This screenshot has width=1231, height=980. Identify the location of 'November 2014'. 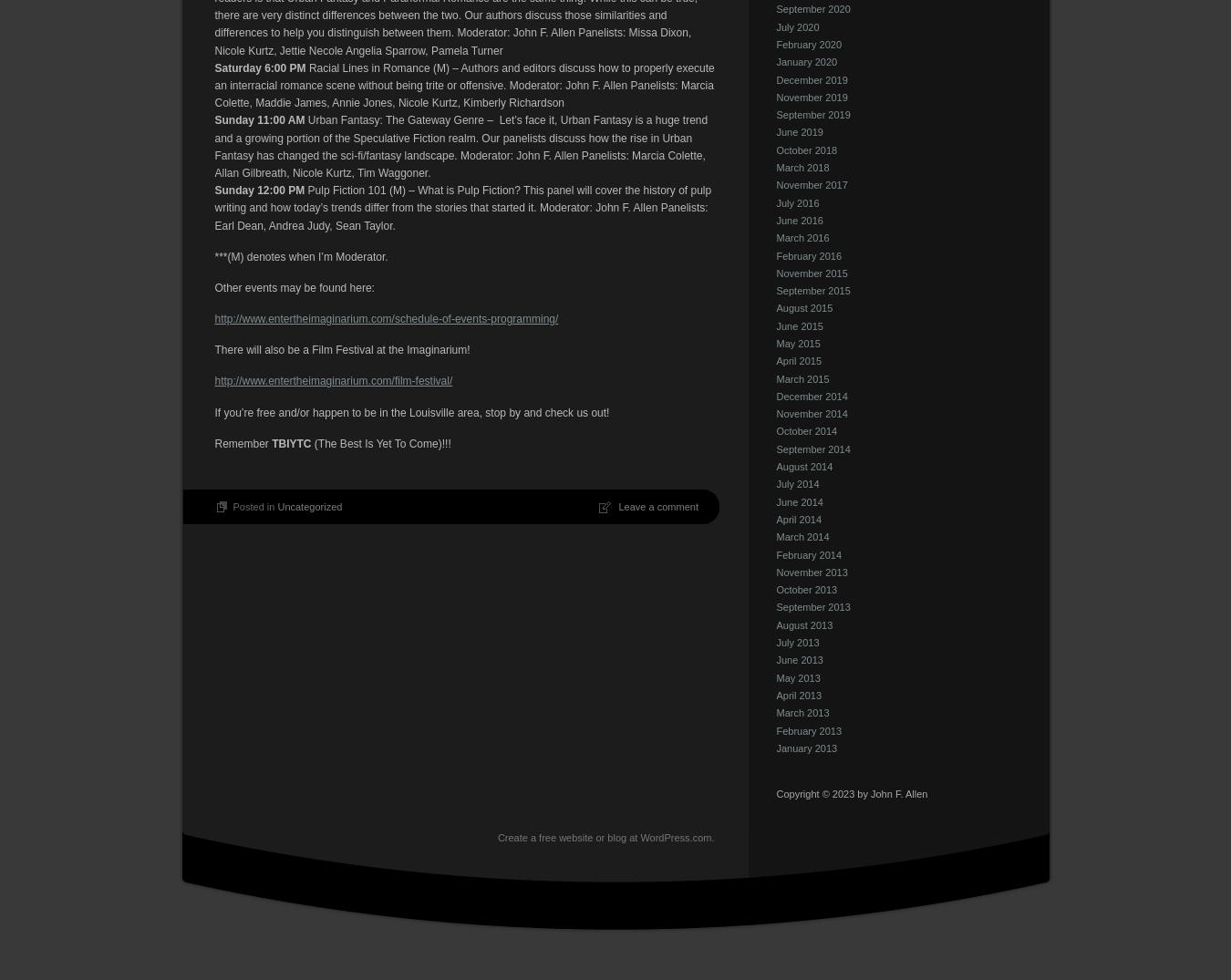
(812, 413).